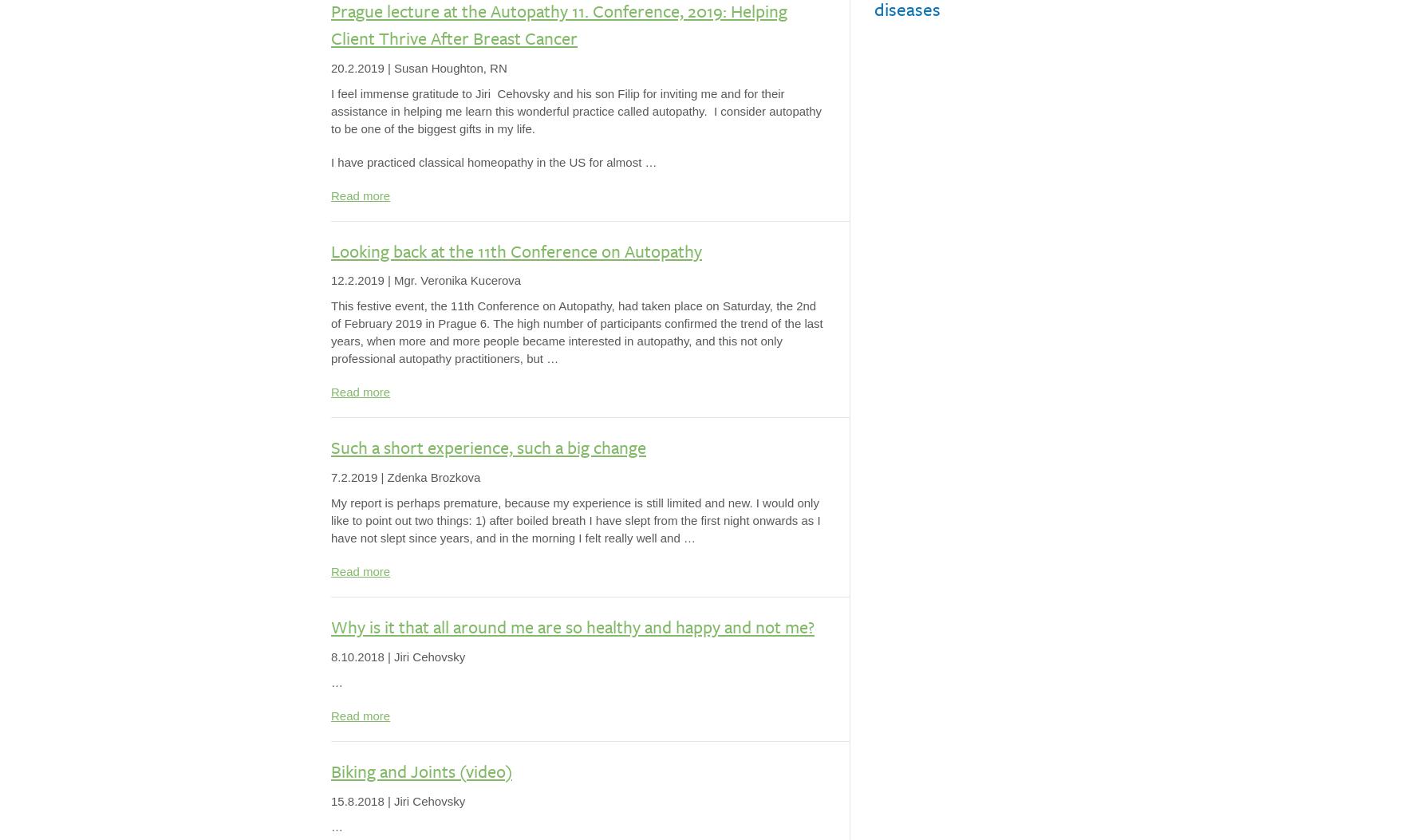 The image size is (1428, 840). What do you see at coordinates (420, 770) in the screenshot?
I see `'Biking and Joints (video)'` at bounding box center [420, 770].